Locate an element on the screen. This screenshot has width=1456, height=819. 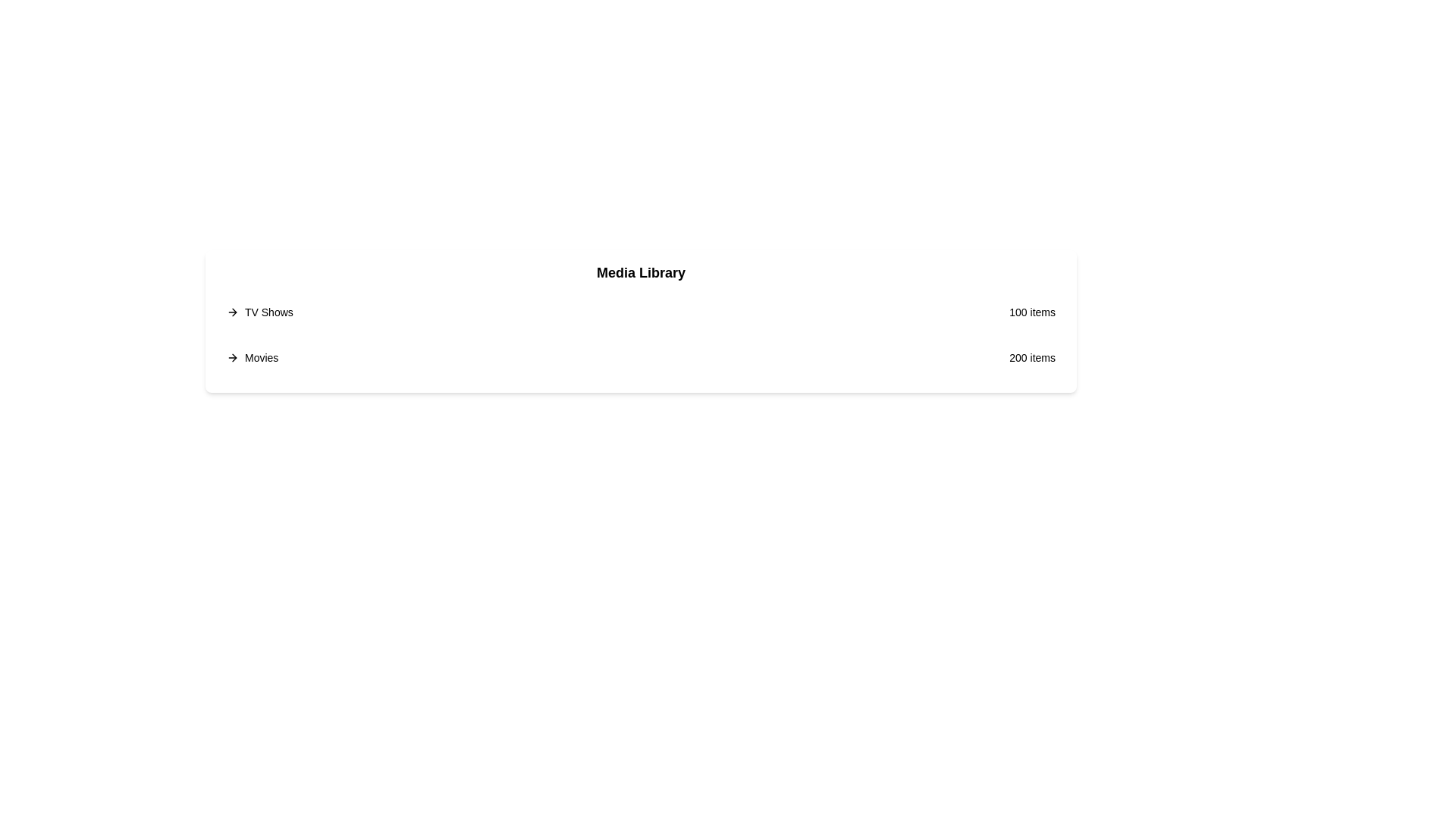
the 'TV Shows' text label in the media library navigation menu is located at coordinates (268, 312).